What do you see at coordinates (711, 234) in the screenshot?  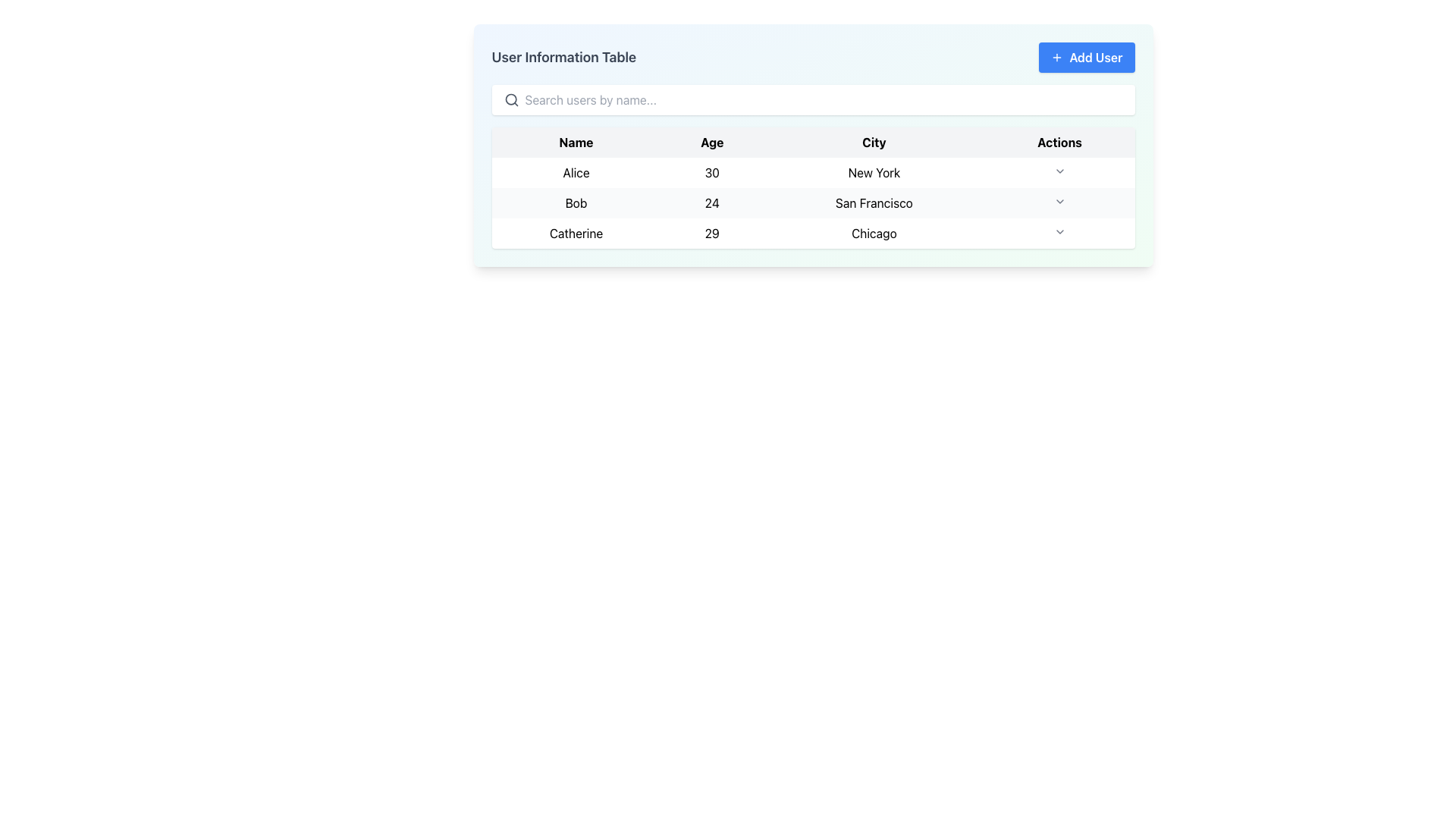 I see `the numerical text label displaying '29' in the 'Age' column of the tabular layout, which is located in the second column of the third row, centered between 'Catherine' and 'Chicago'` at bounding box center [711, 234].